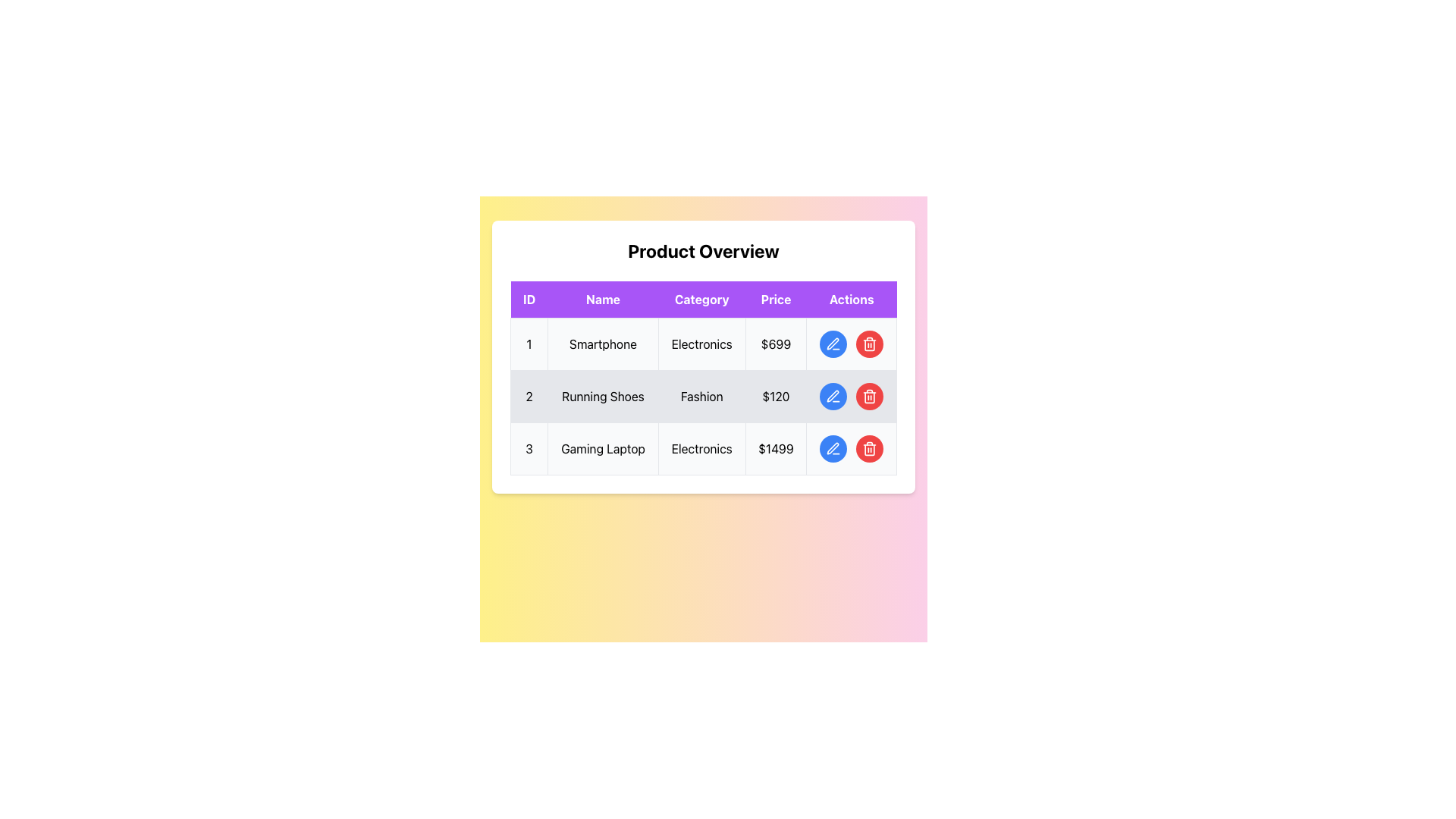 This screenshot has width=1456, height=819. What do you see at coordinates (529, 300) in the screenshot?
I see `the table header cell that contains the text 'ID' in bold white font, which is centered within a purple rectangular background and is the first element in the header row of the product information table` at bounding box center [529, 300].